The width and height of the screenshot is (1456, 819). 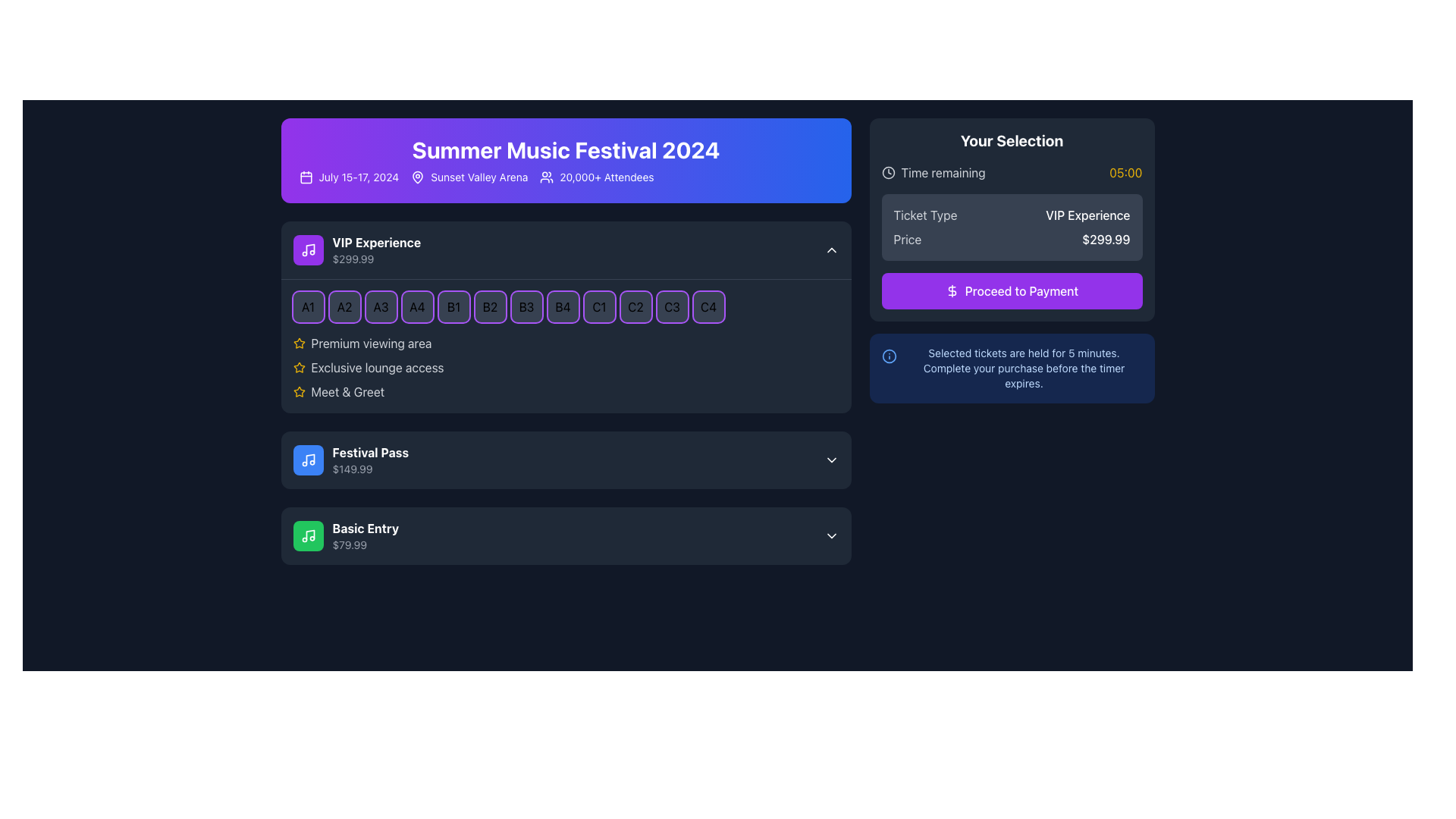 What do you see at coordinates (671, 307) in the screenshot?
I see `the dark gray button labeled 'C3' with a purple glow in the 'VIP Experience' section` at bounding box center [671, 307].